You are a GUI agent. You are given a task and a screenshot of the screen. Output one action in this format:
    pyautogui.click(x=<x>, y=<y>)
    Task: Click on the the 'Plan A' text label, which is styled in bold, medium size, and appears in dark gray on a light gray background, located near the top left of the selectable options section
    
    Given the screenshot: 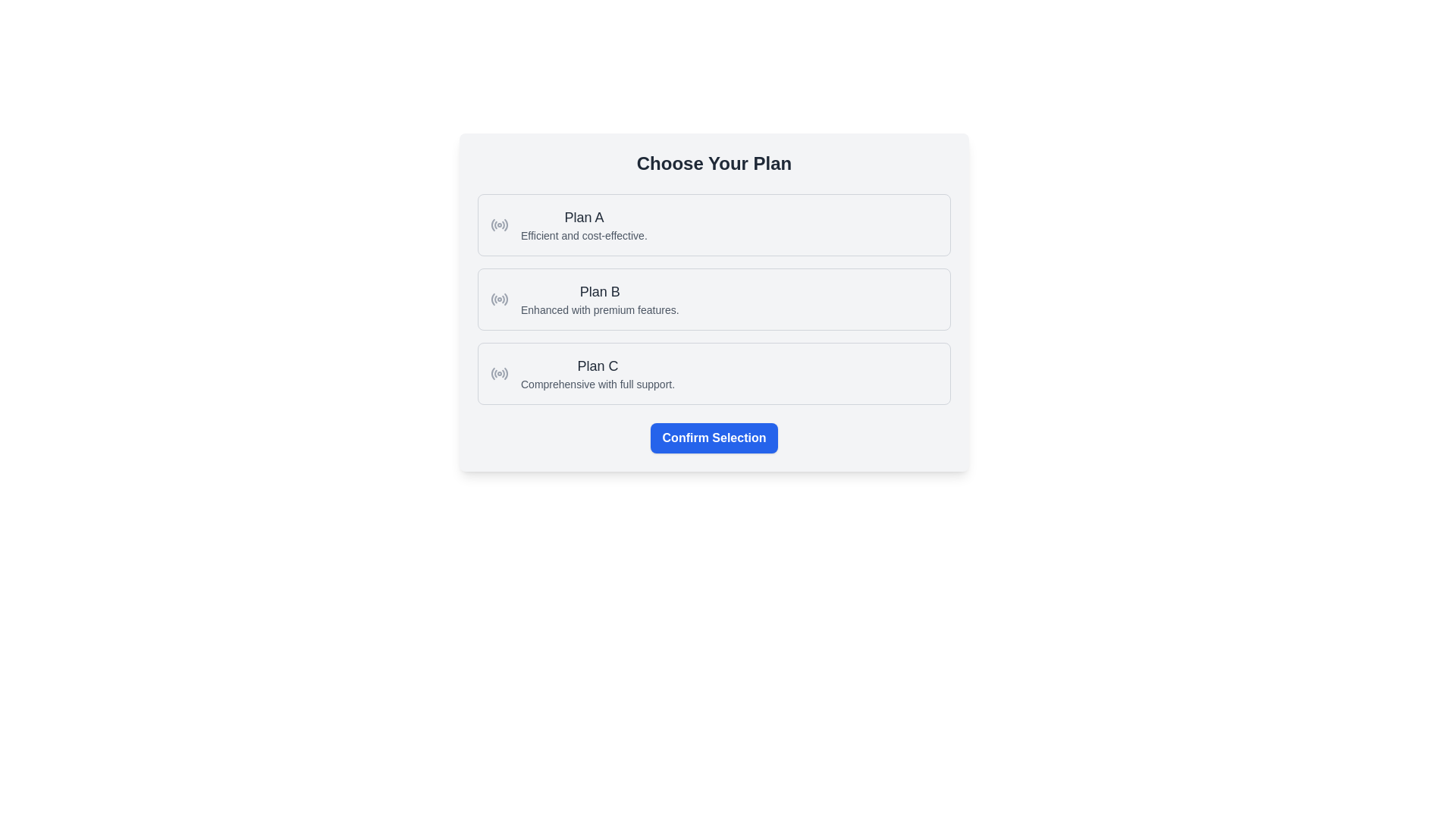 What is the action you would take?
    pyautogui.click(x=583, y=217)
    